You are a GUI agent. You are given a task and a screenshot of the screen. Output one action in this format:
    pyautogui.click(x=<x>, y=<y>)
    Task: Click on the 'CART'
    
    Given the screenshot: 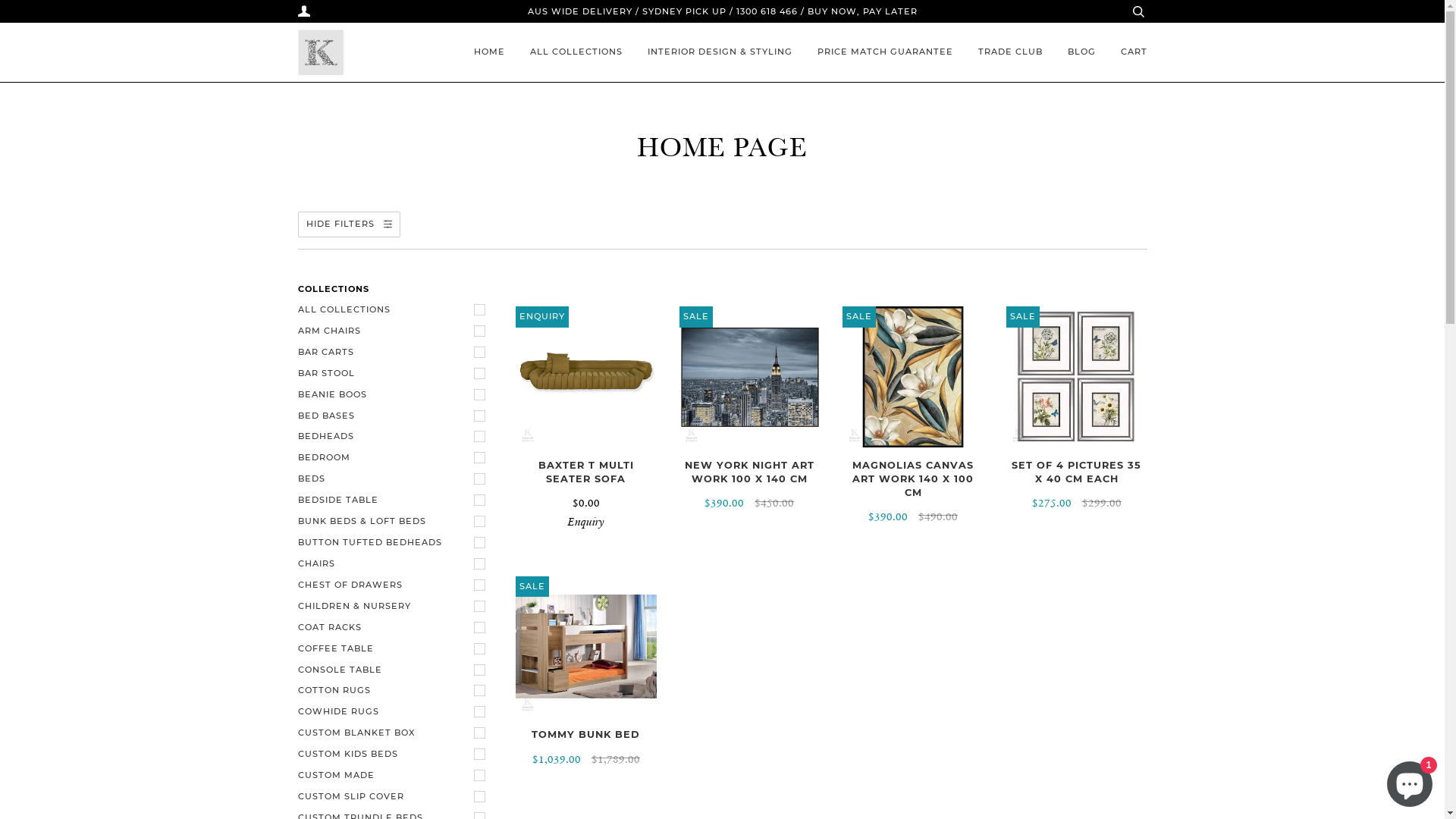 What is the action you would take?
    pyautogui.click(x=1134, y=52)
    